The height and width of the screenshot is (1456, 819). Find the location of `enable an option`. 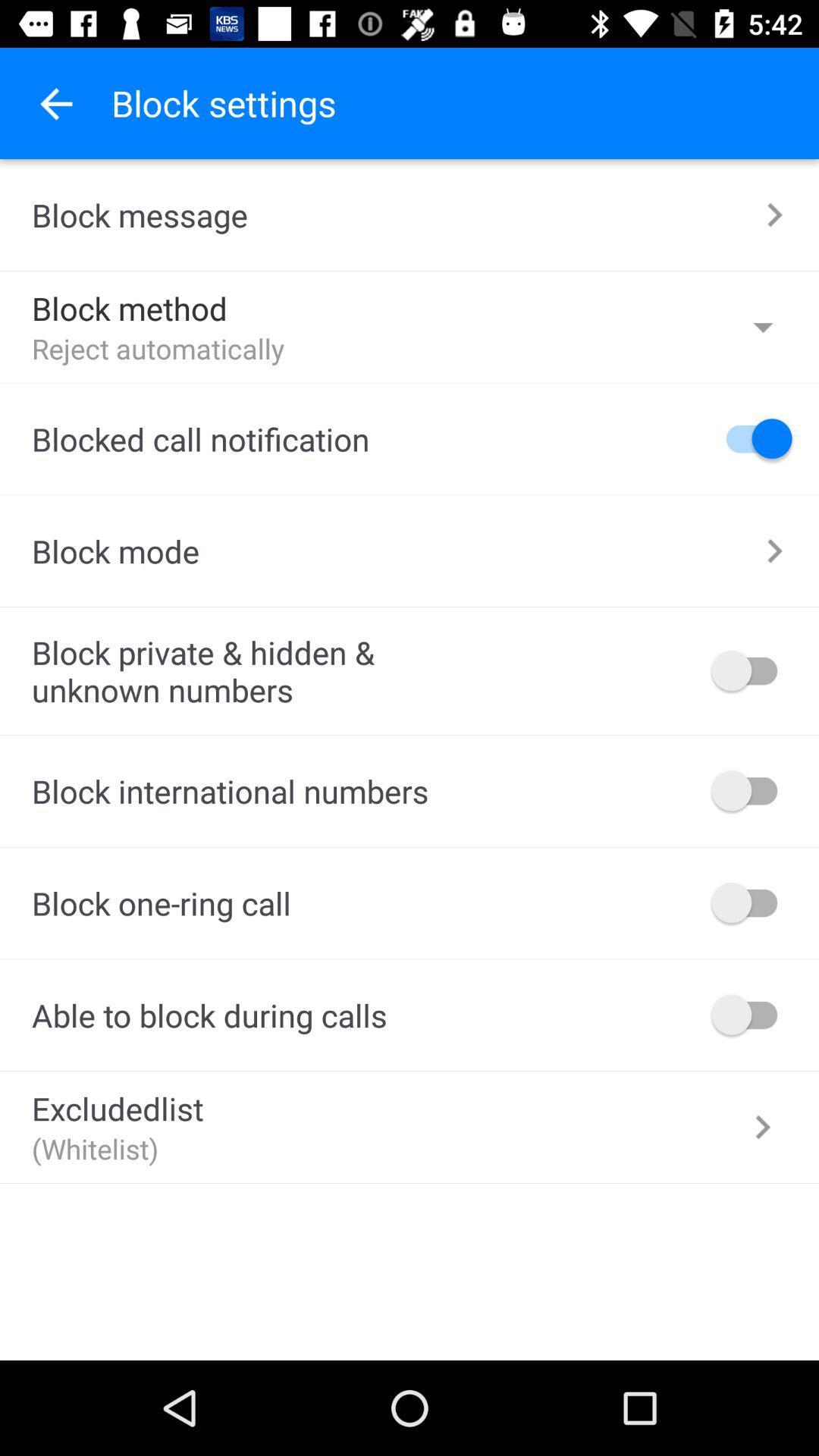

enable an option is located at coordinates (752, 902).